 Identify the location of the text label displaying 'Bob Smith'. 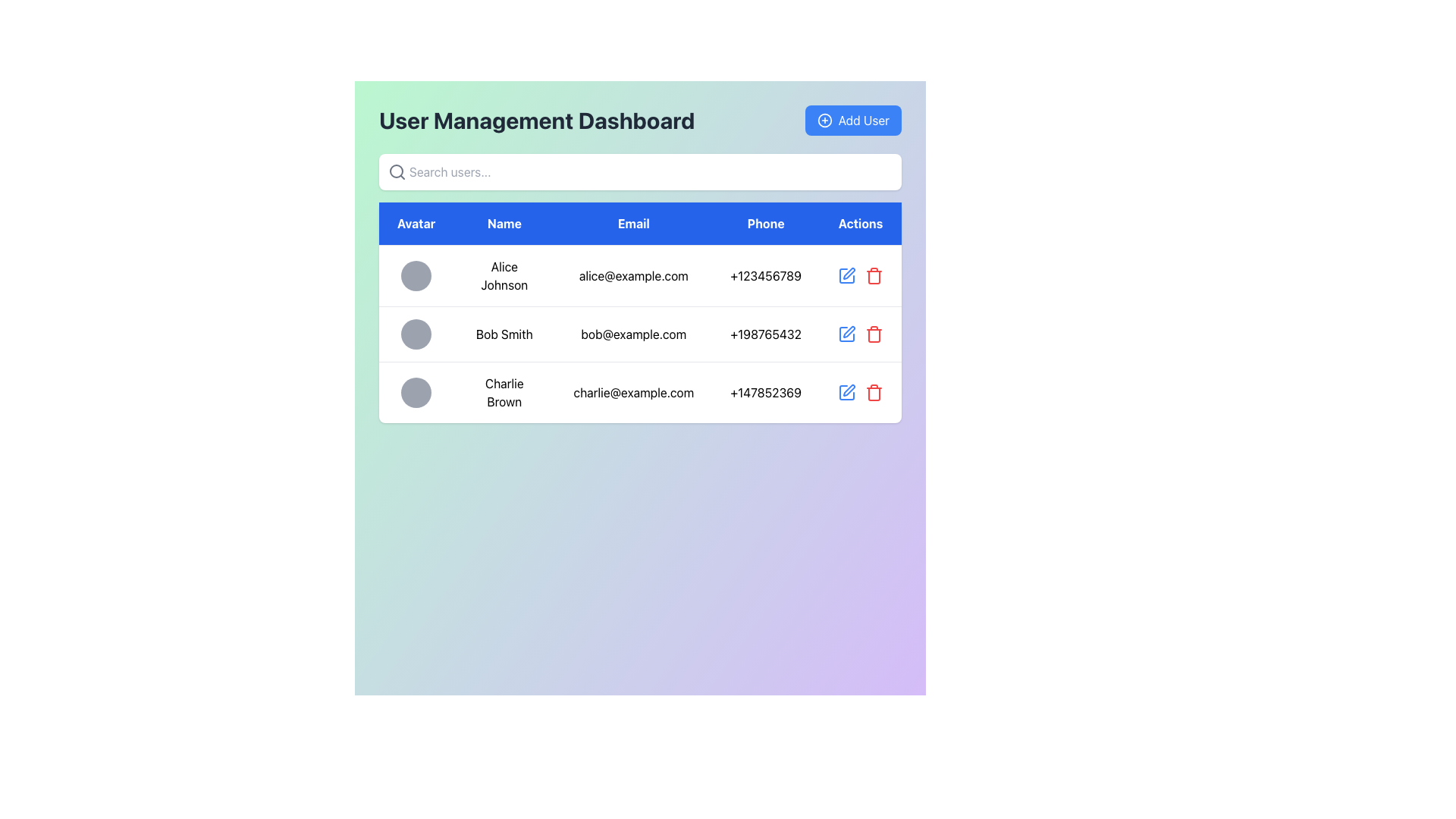
(504, 333).